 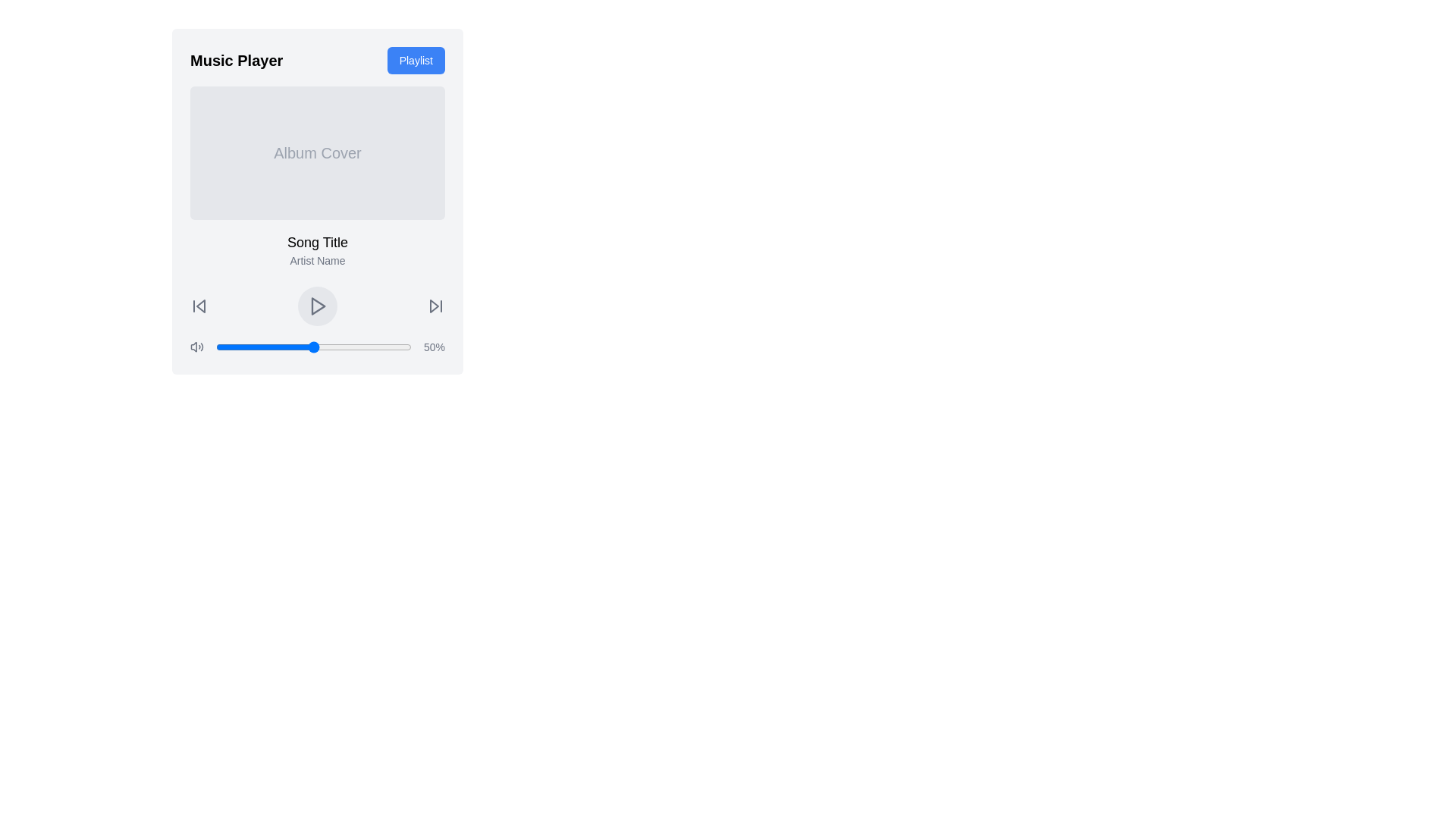 What do you see at coordinates (356, 347) in the screenshot?
I see `the volume` at bounding box center [356, 347].